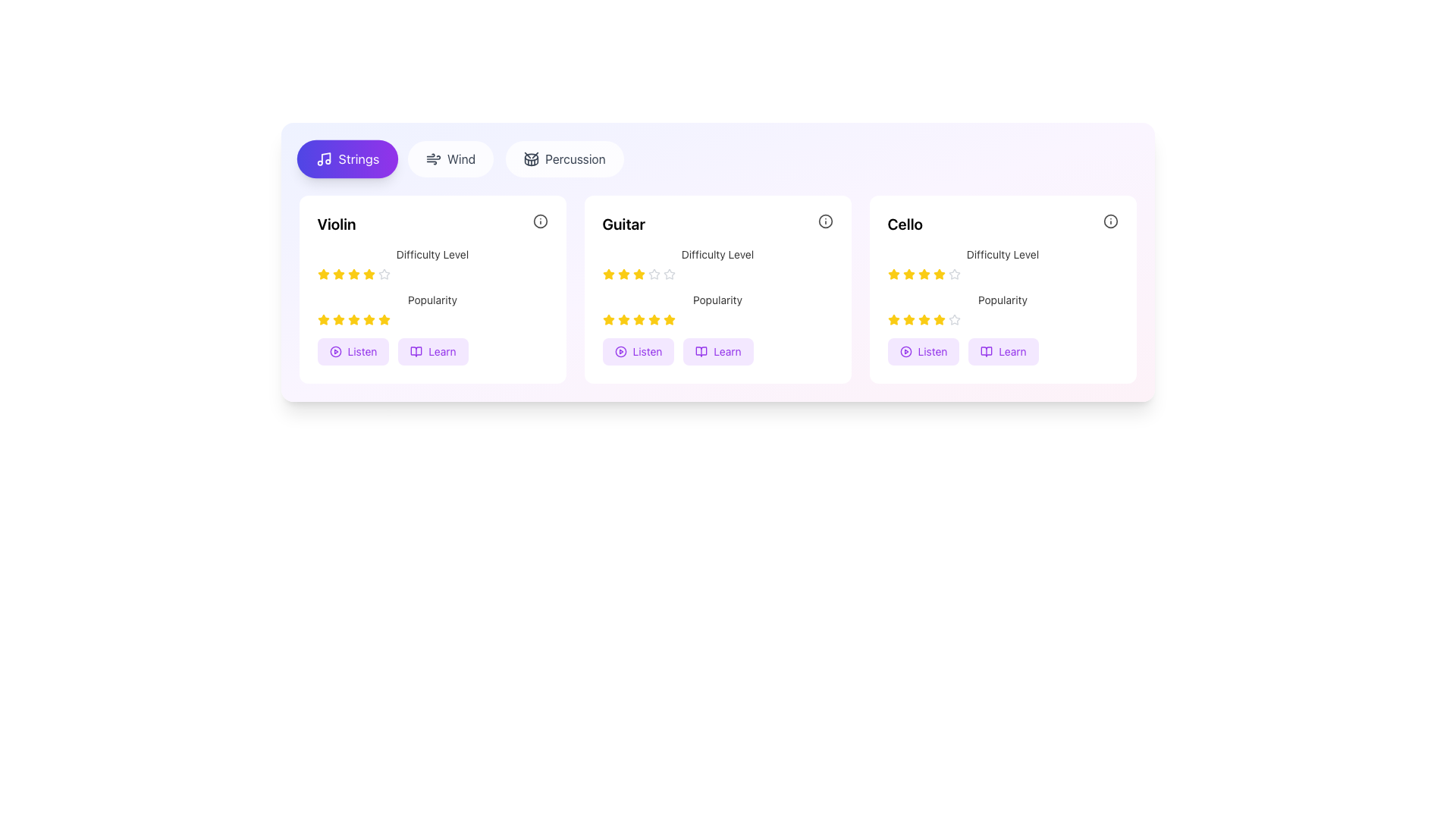  I want to click on the second star icon in the 'Cello' card under the 'Difficulty Level' label, so click(908, 274).